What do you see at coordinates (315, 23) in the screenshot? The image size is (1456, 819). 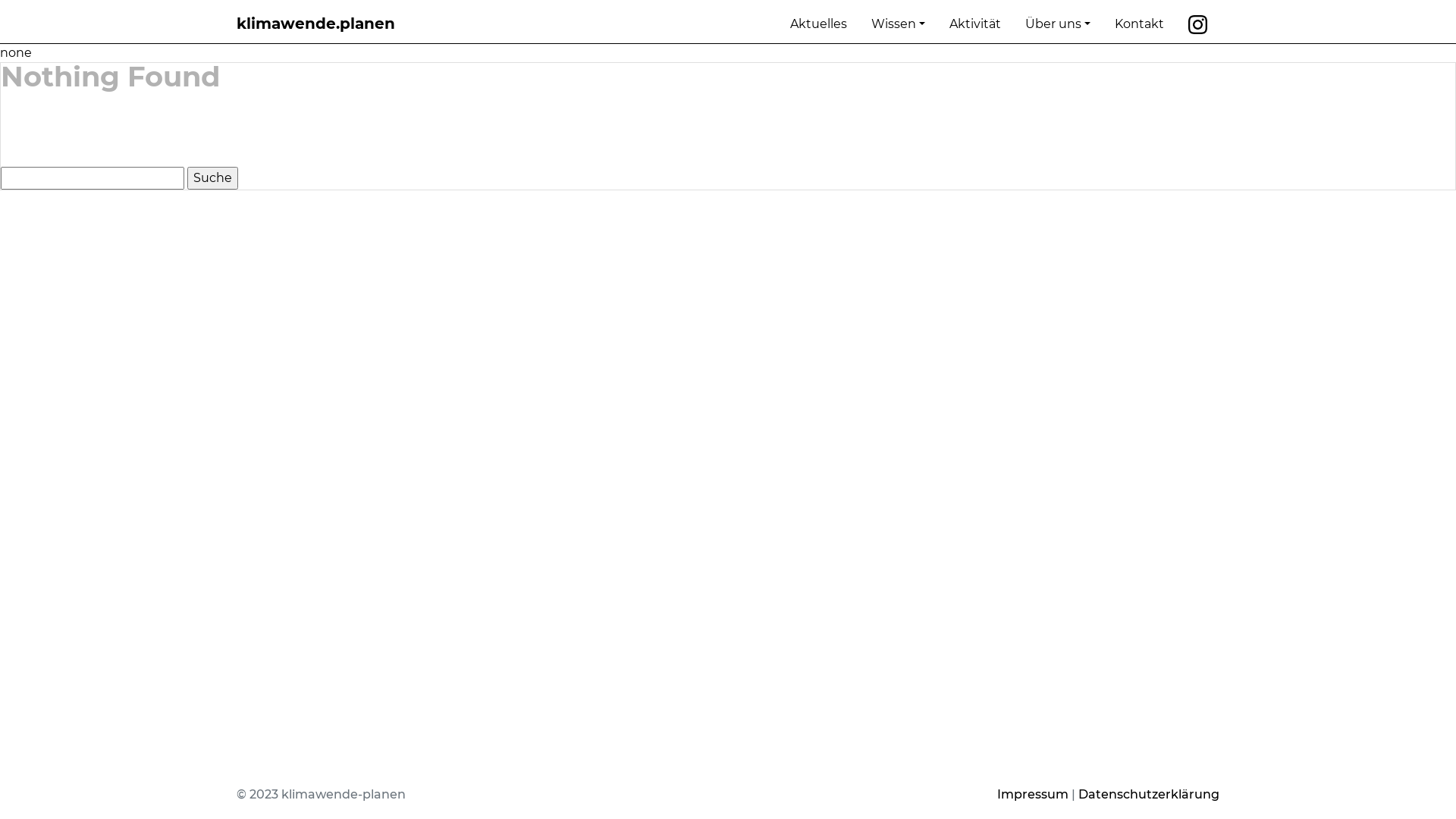 I see `'klimawende.planen'` at bounding box center [315, 23].